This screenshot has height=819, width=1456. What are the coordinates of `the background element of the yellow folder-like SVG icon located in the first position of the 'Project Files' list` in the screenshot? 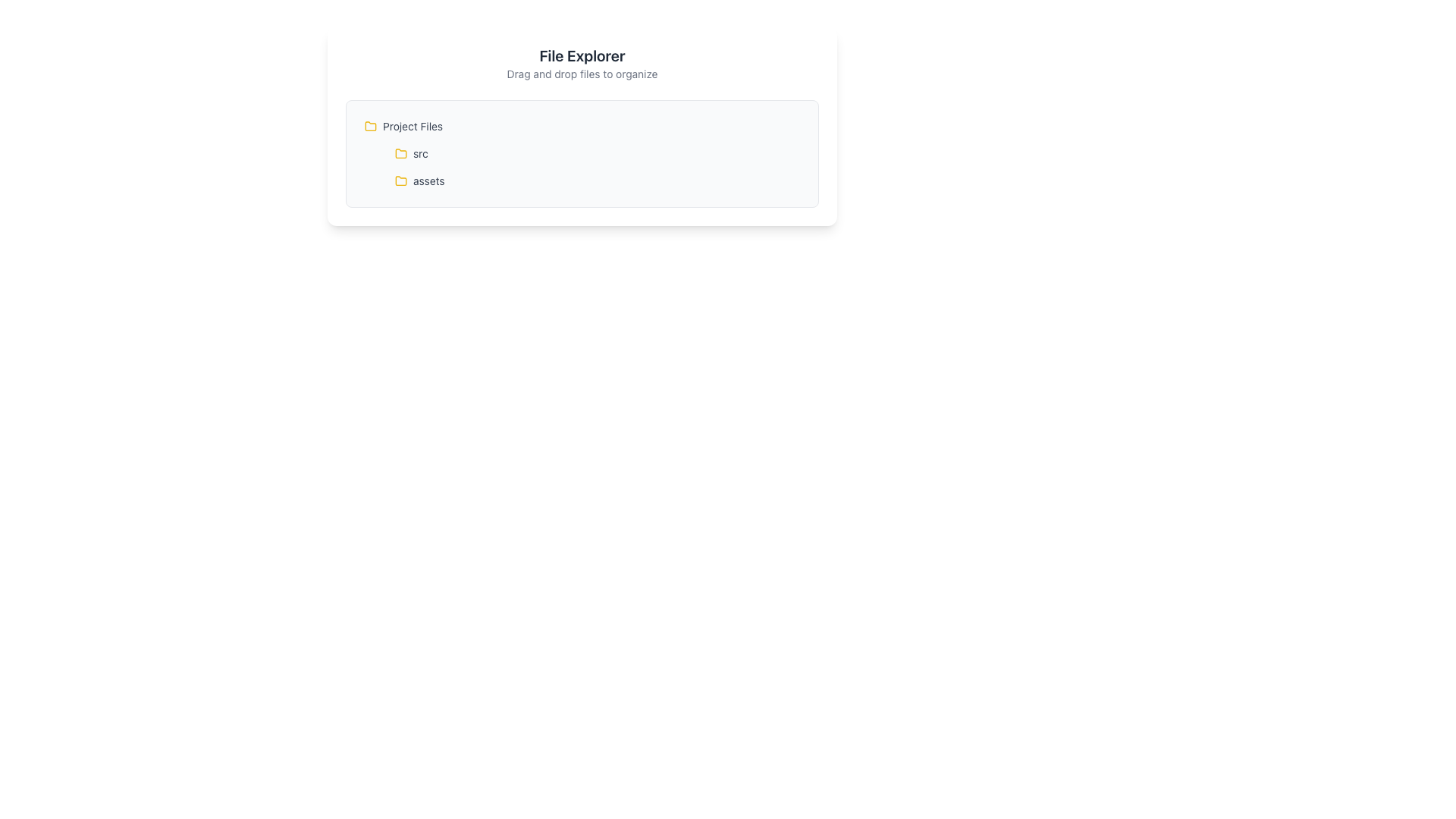 It's located at (371, 124).